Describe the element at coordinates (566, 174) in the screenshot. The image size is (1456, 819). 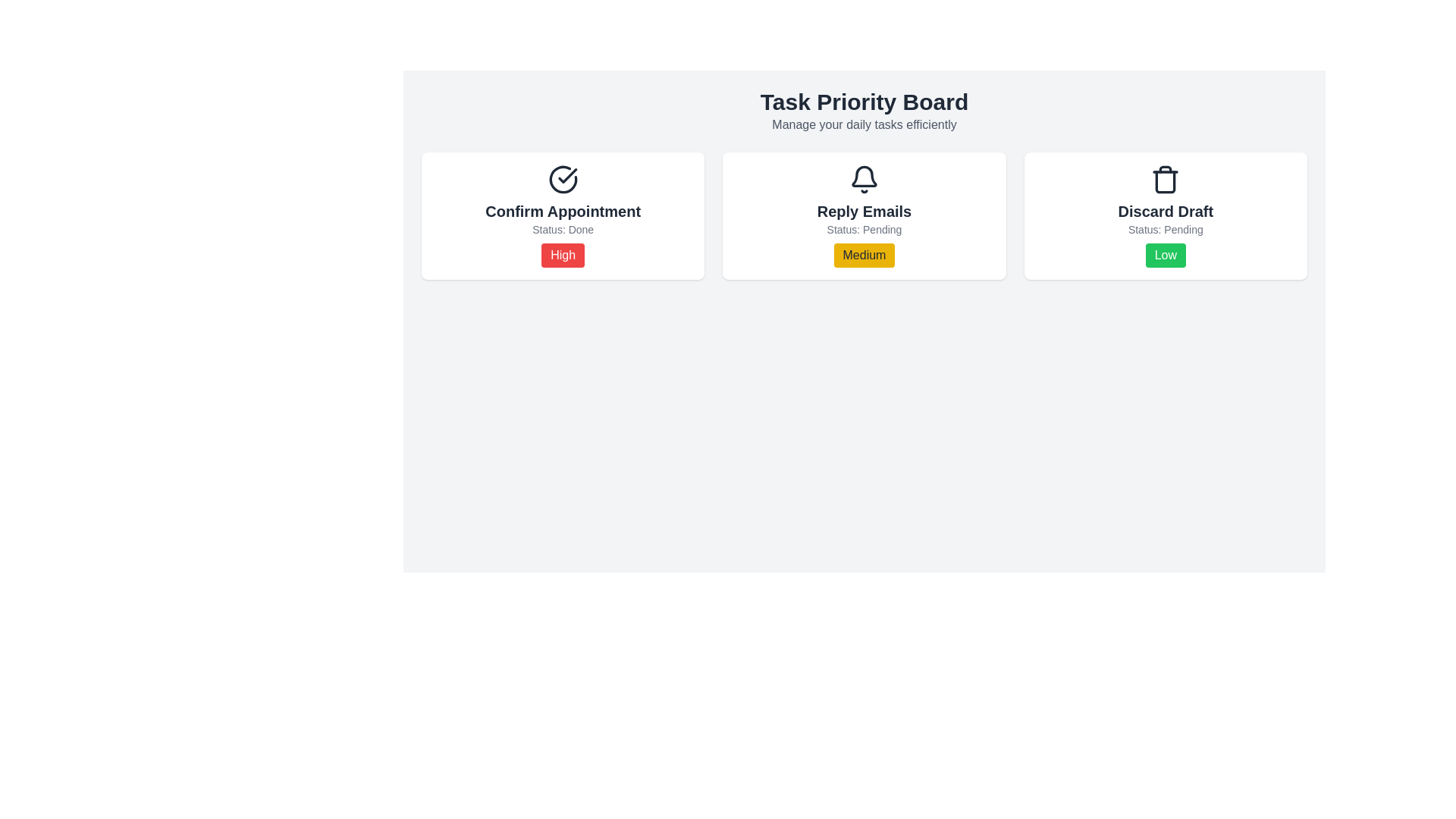
I see `the red outlined checkmark graphic within the 'Confirm Appointment' card` at that location.